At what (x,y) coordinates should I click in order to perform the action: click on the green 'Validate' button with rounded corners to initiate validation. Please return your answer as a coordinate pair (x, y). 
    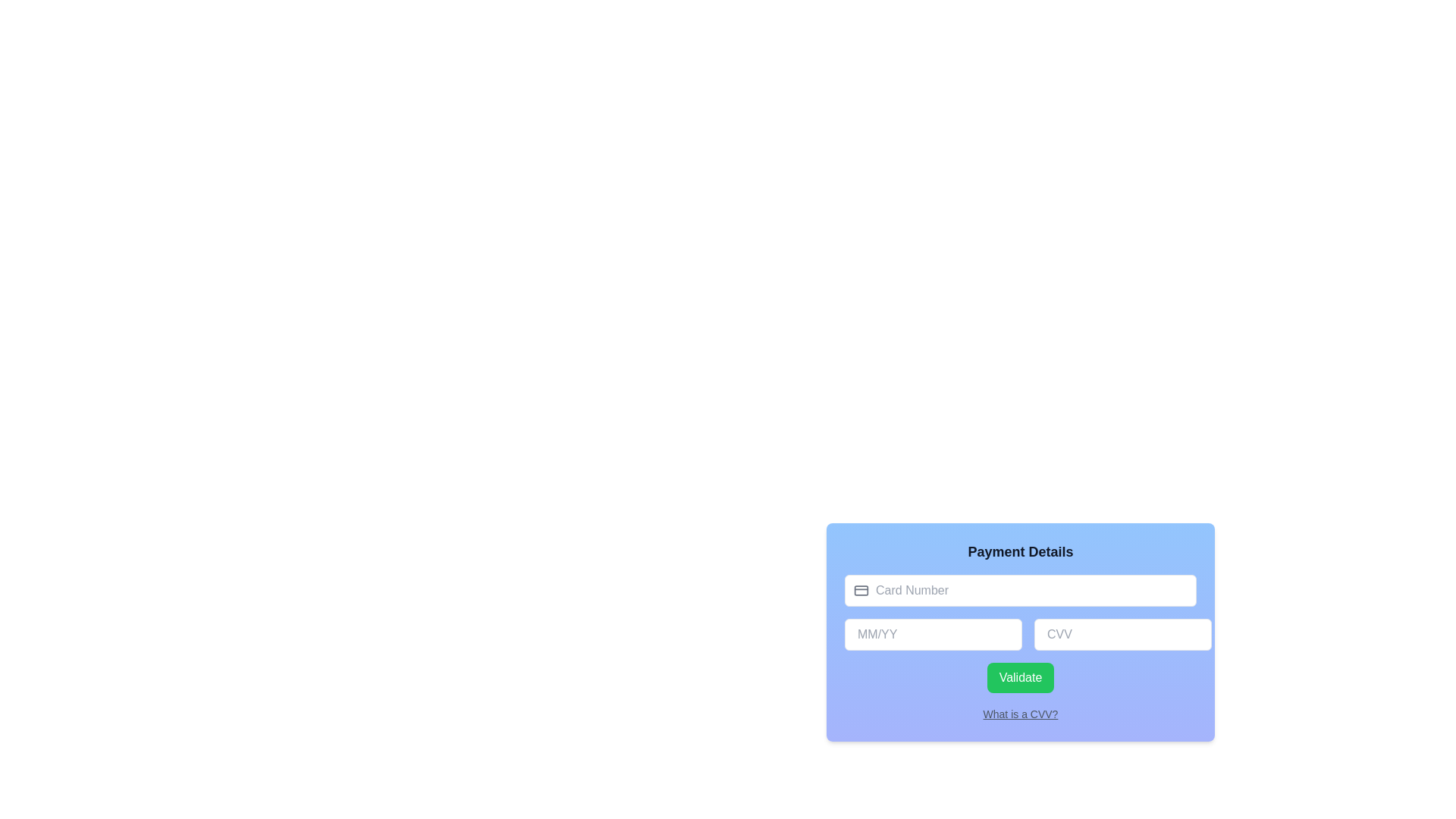
    Looking at the image, I should click on (1020, 677).